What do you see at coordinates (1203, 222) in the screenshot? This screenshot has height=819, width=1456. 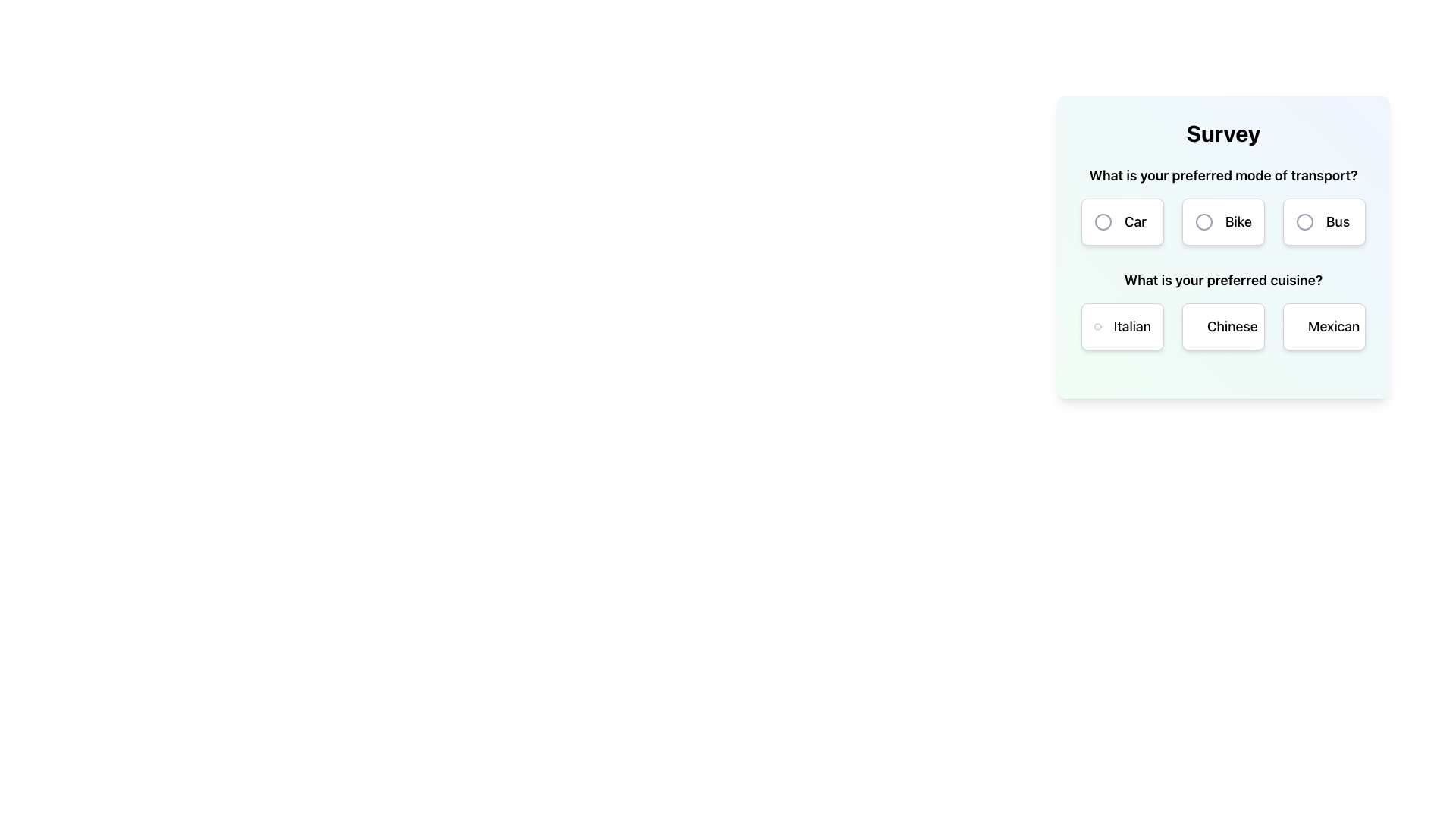 I see `the gray circular radio button indicator associated with the 'Bike' option in the 'Survey' panel, positioned between 'Car' and 'Bus'` at bounding box center [1203, 222].